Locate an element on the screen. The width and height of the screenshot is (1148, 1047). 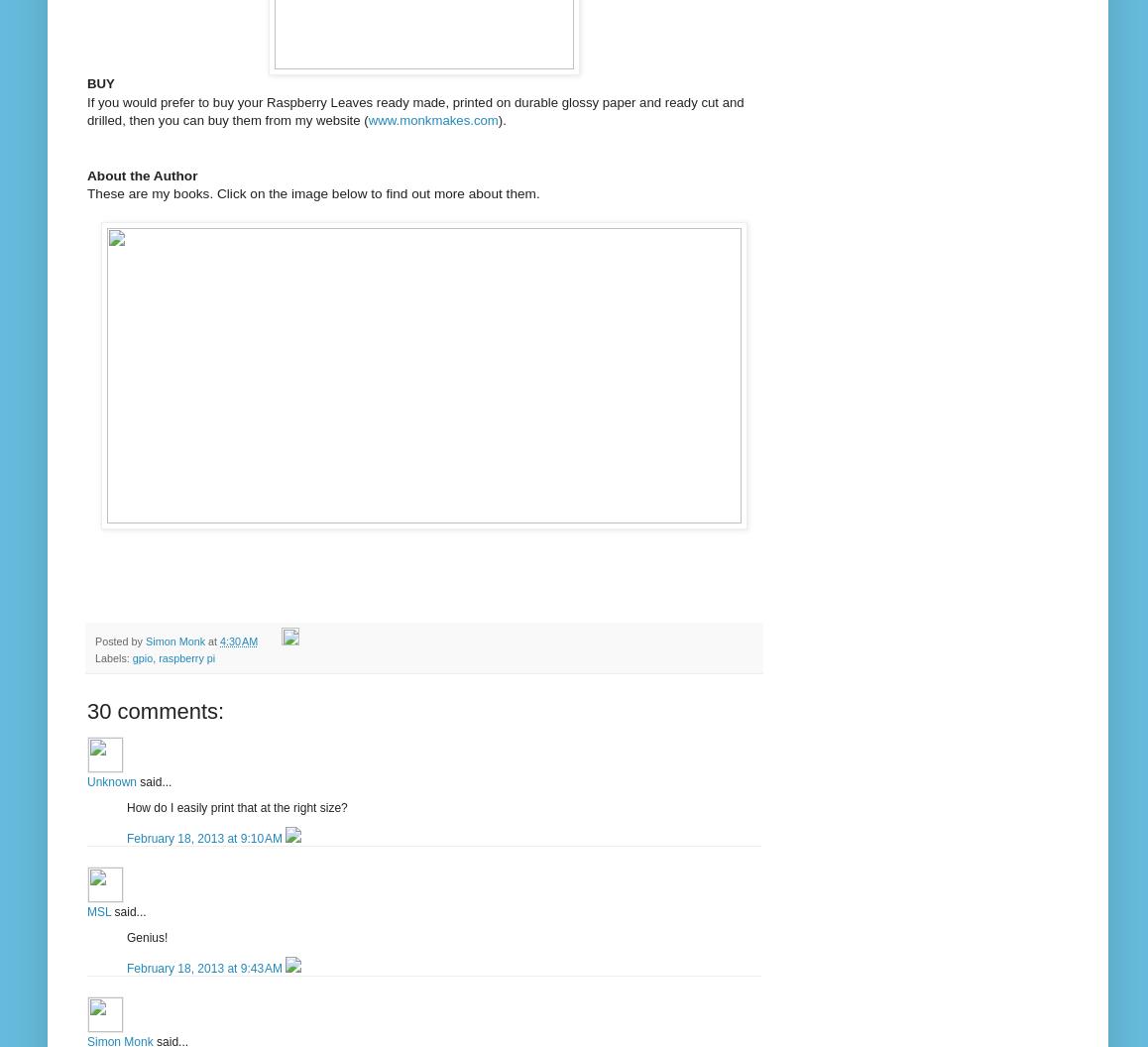
'gpio' is located at coordinates (141, 658).